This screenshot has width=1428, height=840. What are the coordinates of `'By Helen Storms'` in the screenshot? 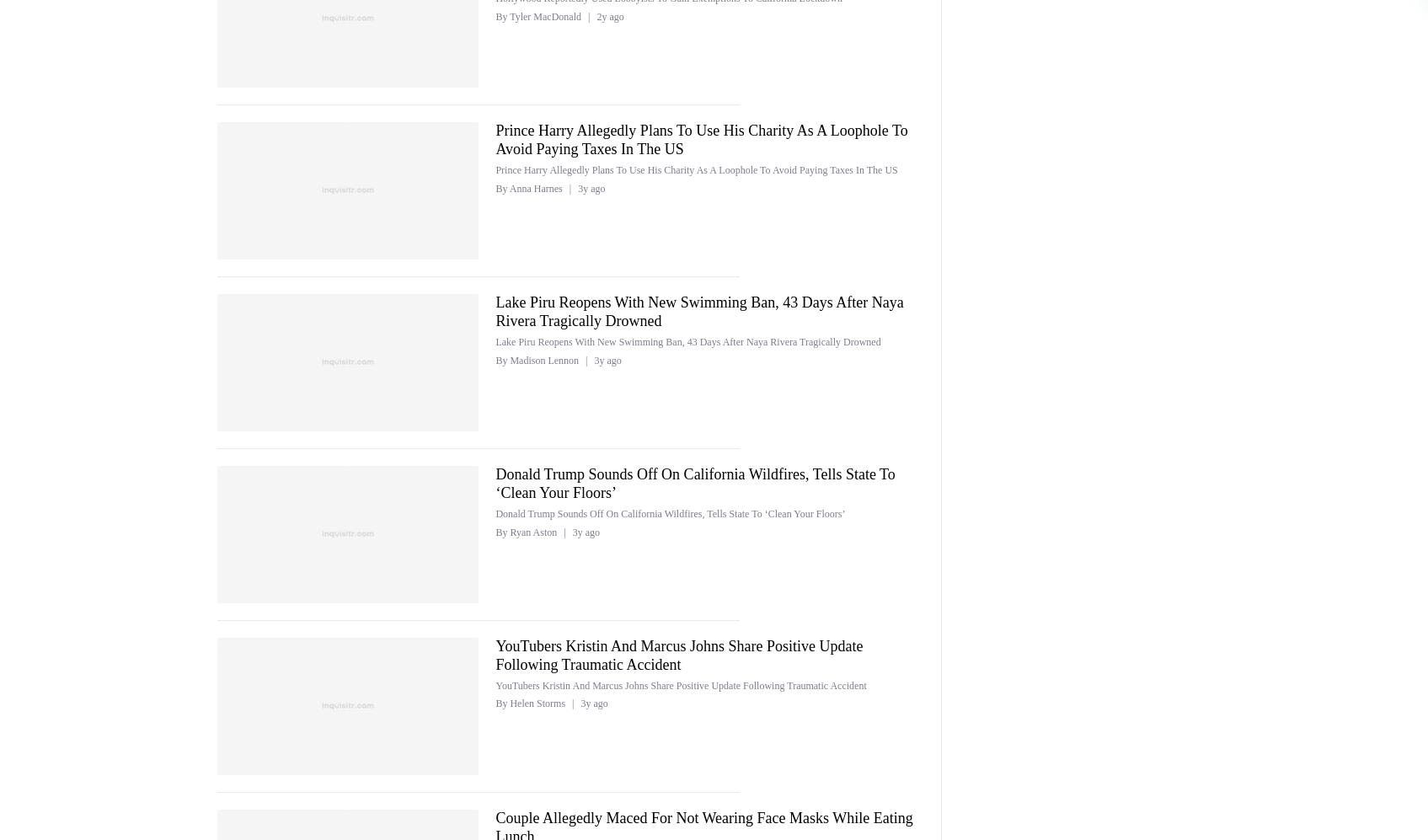 It's located at (495, 703).